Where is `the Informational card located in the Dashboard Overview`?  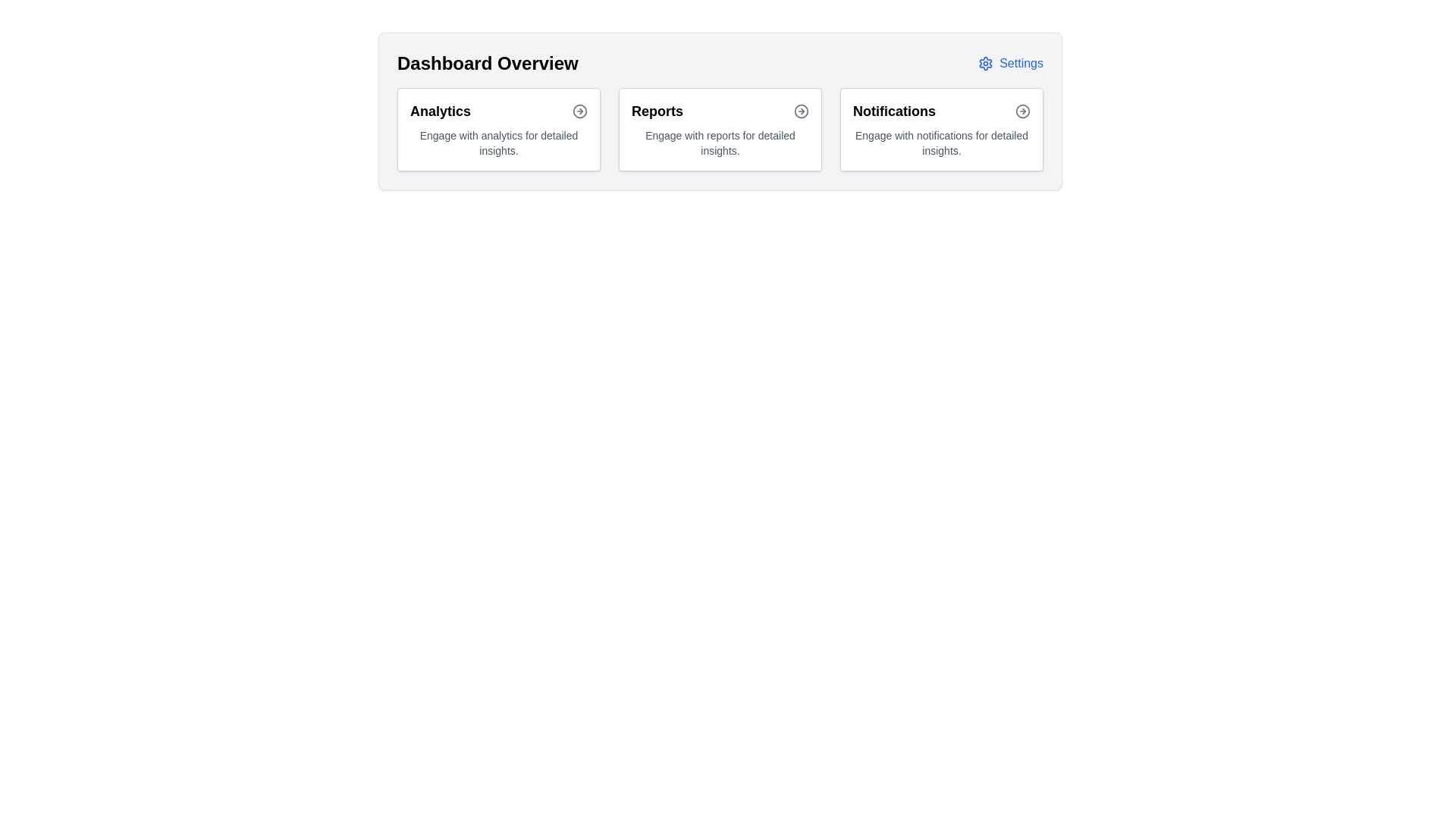
the Informational card located in the Dashboard Overview is located at coordinates (941, 128).